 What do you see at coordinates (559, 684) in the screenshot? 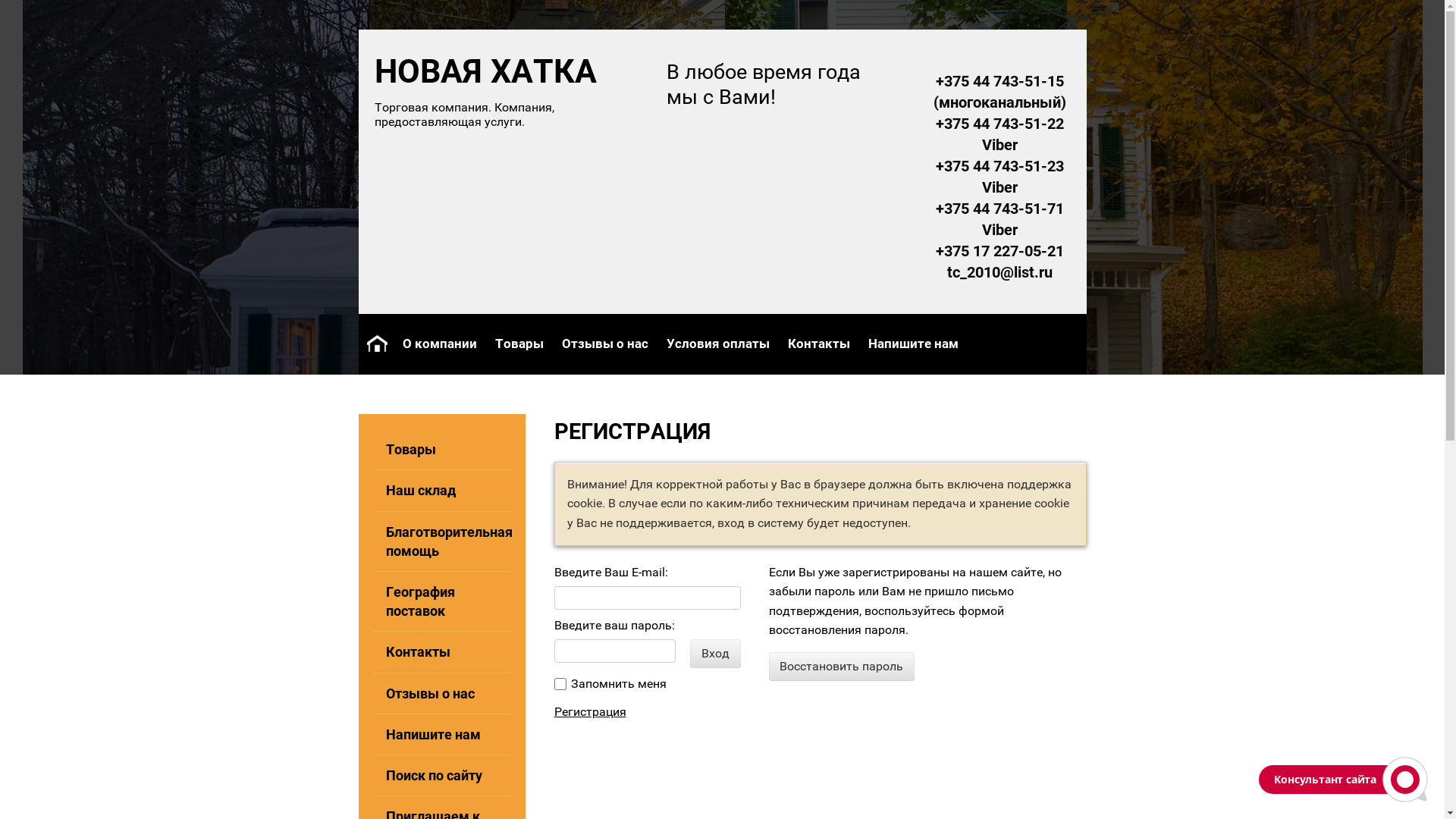
I see `'0'` at bounding box center [559, 684].